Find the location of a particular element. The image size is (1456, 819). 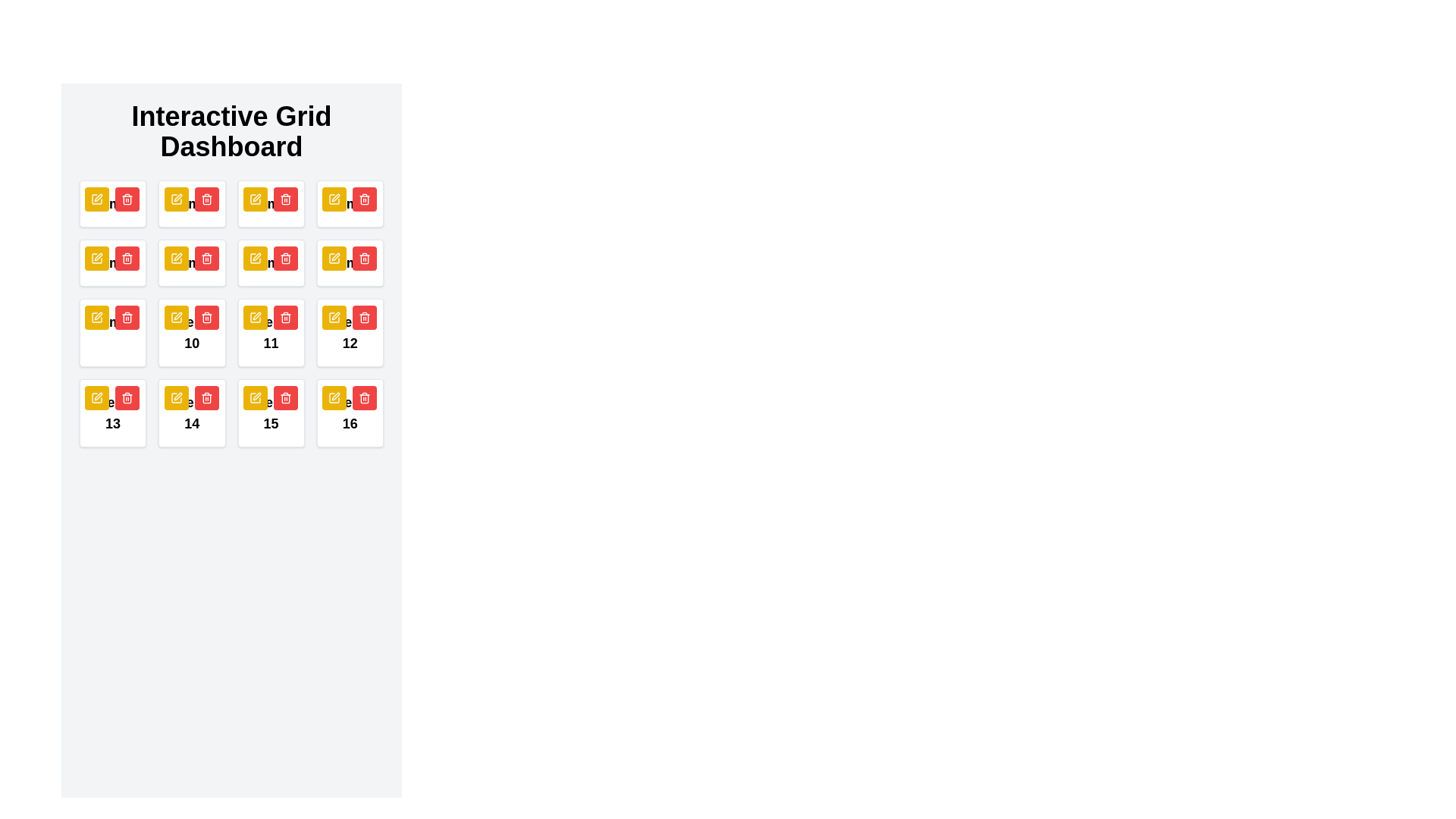

the yellow rounded button with a pen icon located at the bottom row, first position is located at coordinates (96, 397).